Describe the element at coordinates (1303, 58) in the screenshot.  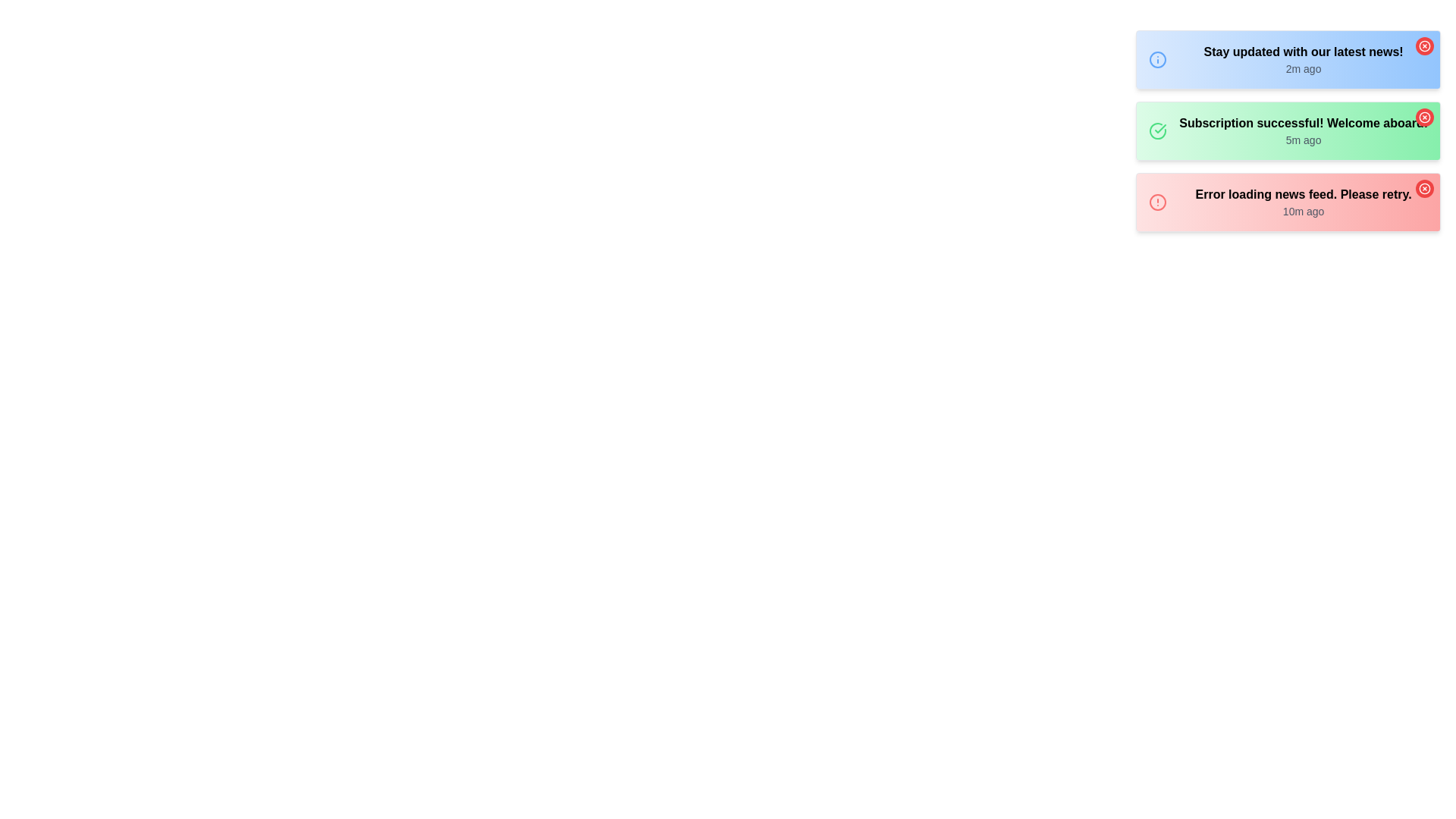
I see `the primary text block that reads 'Stay updated with our latest news!' in bold, located at the top of the notification card with a gradient blue background` at that location.